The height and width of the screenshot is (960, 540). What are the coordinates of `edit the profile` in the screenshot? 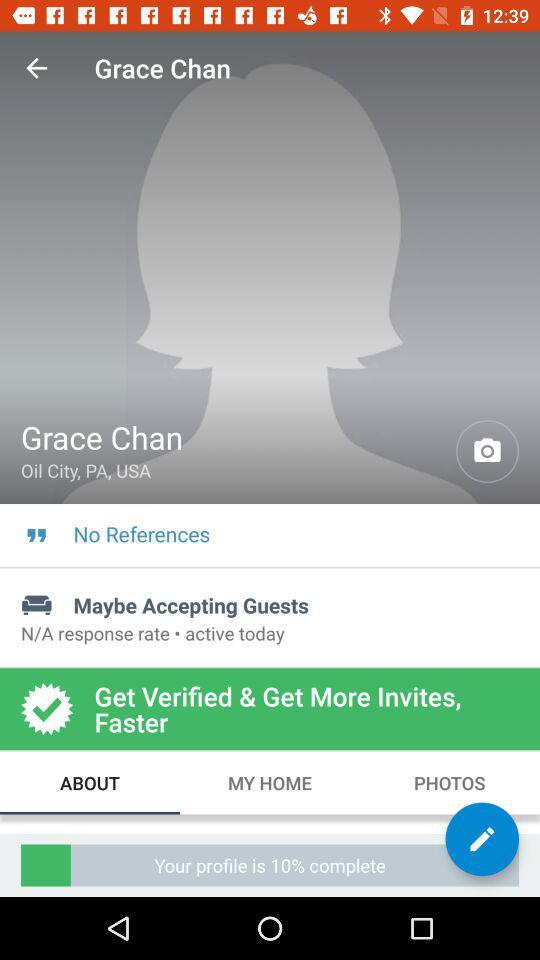 It's located at (481, 839).